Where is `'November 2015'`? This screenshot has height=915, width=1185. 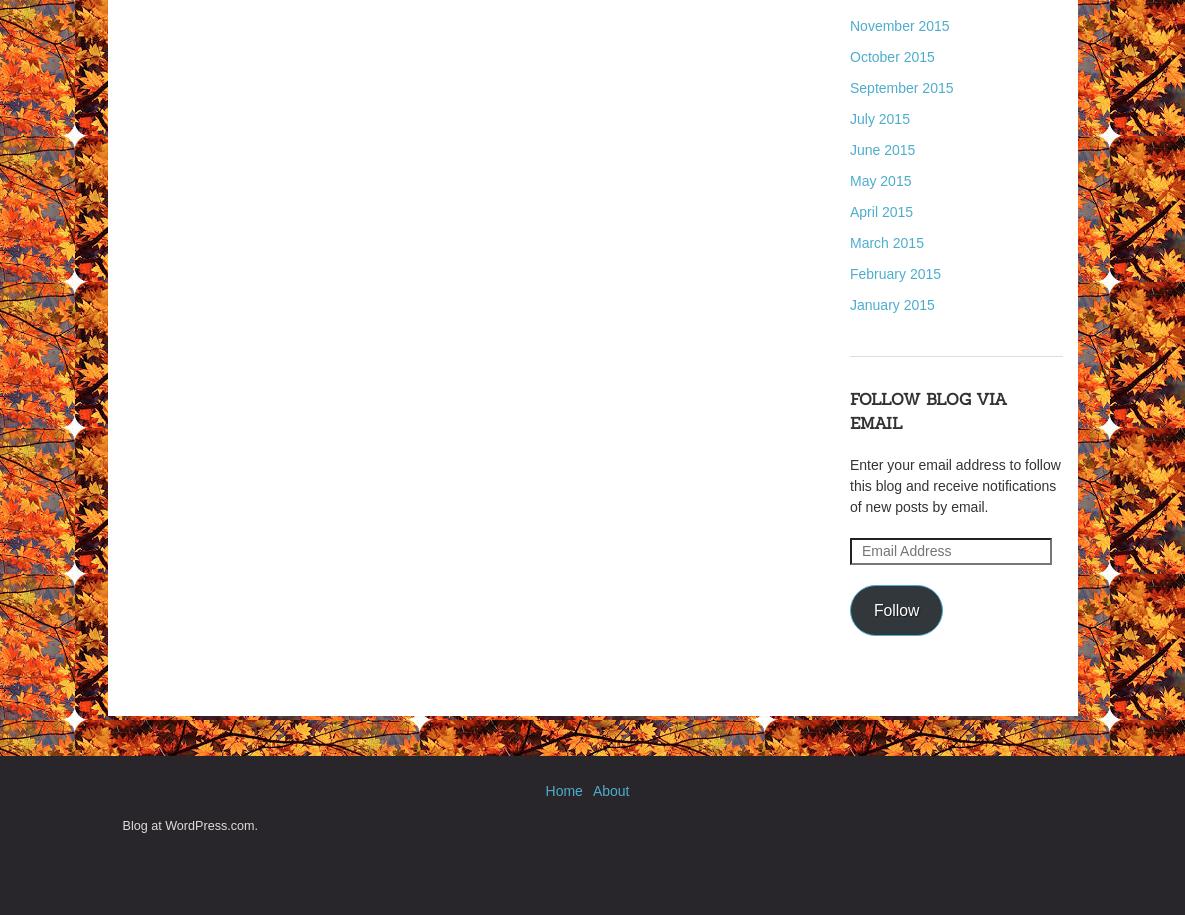
'November 2015' is located at coordinates (899, 25).